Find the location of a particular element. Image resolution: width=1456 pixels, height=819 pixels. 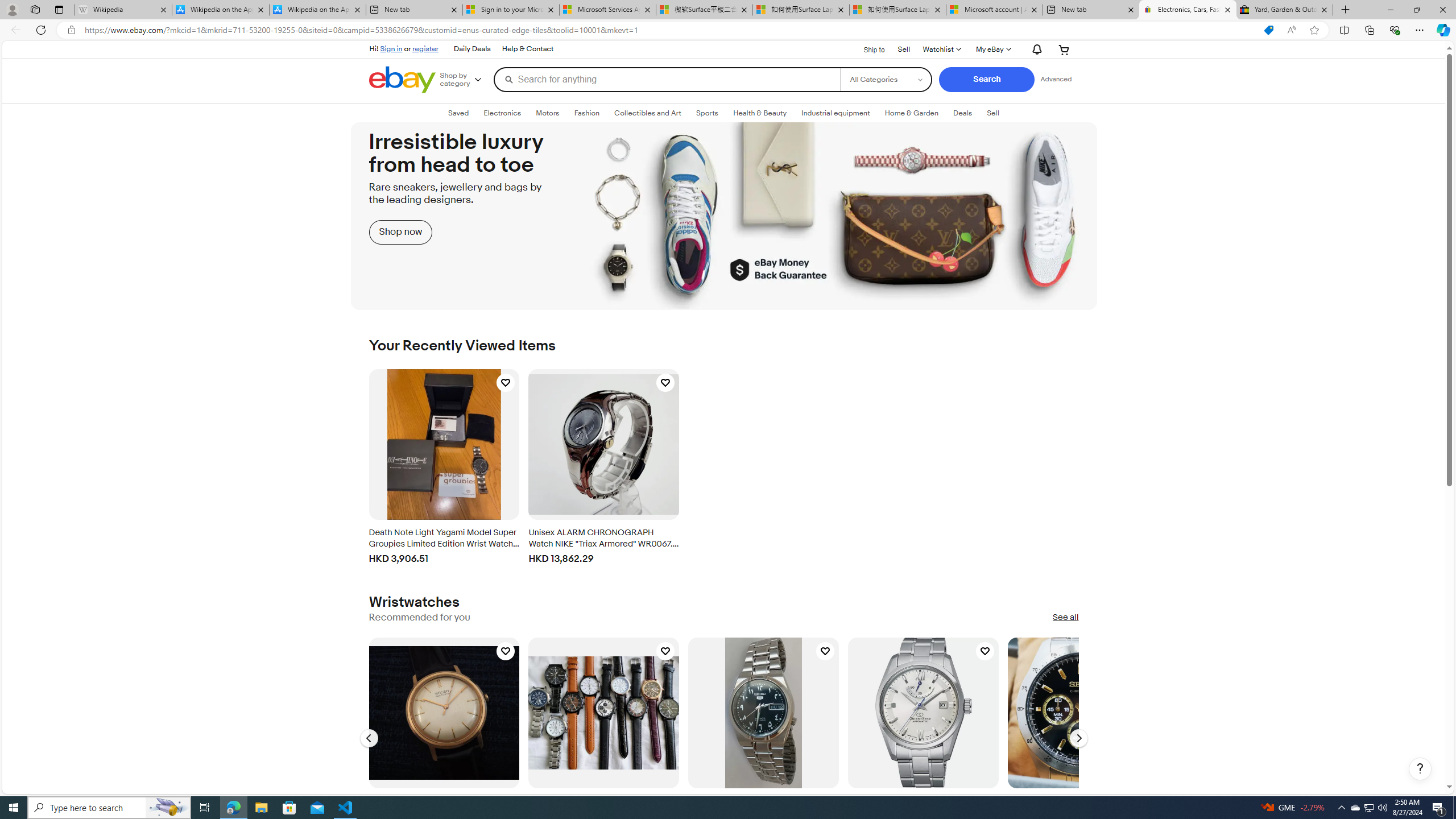

'Sell' is located at coordinates (992, 113).